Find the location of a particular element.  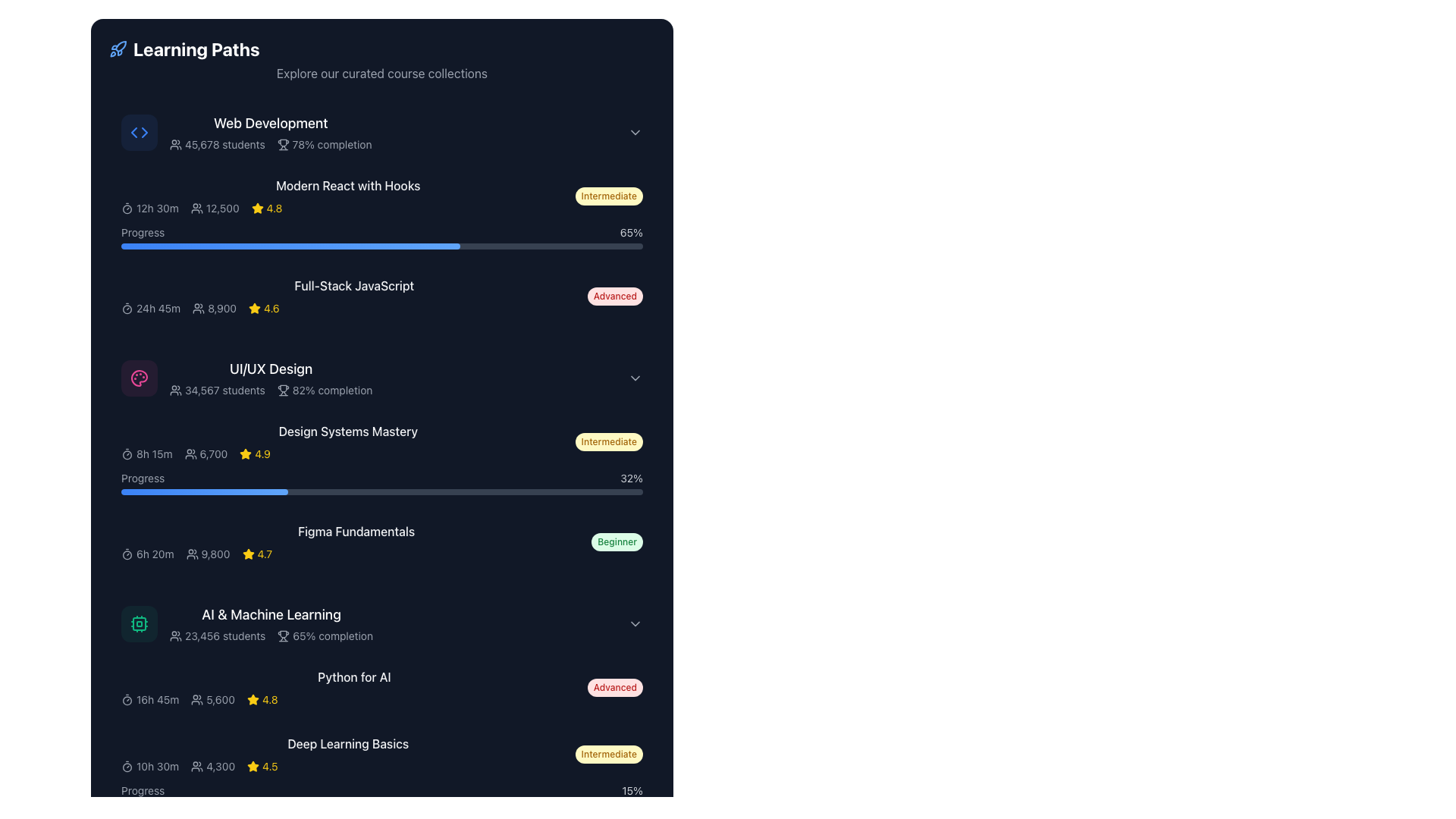

the 'AI & Machine Learning' card is located at coordinates (382, 623).